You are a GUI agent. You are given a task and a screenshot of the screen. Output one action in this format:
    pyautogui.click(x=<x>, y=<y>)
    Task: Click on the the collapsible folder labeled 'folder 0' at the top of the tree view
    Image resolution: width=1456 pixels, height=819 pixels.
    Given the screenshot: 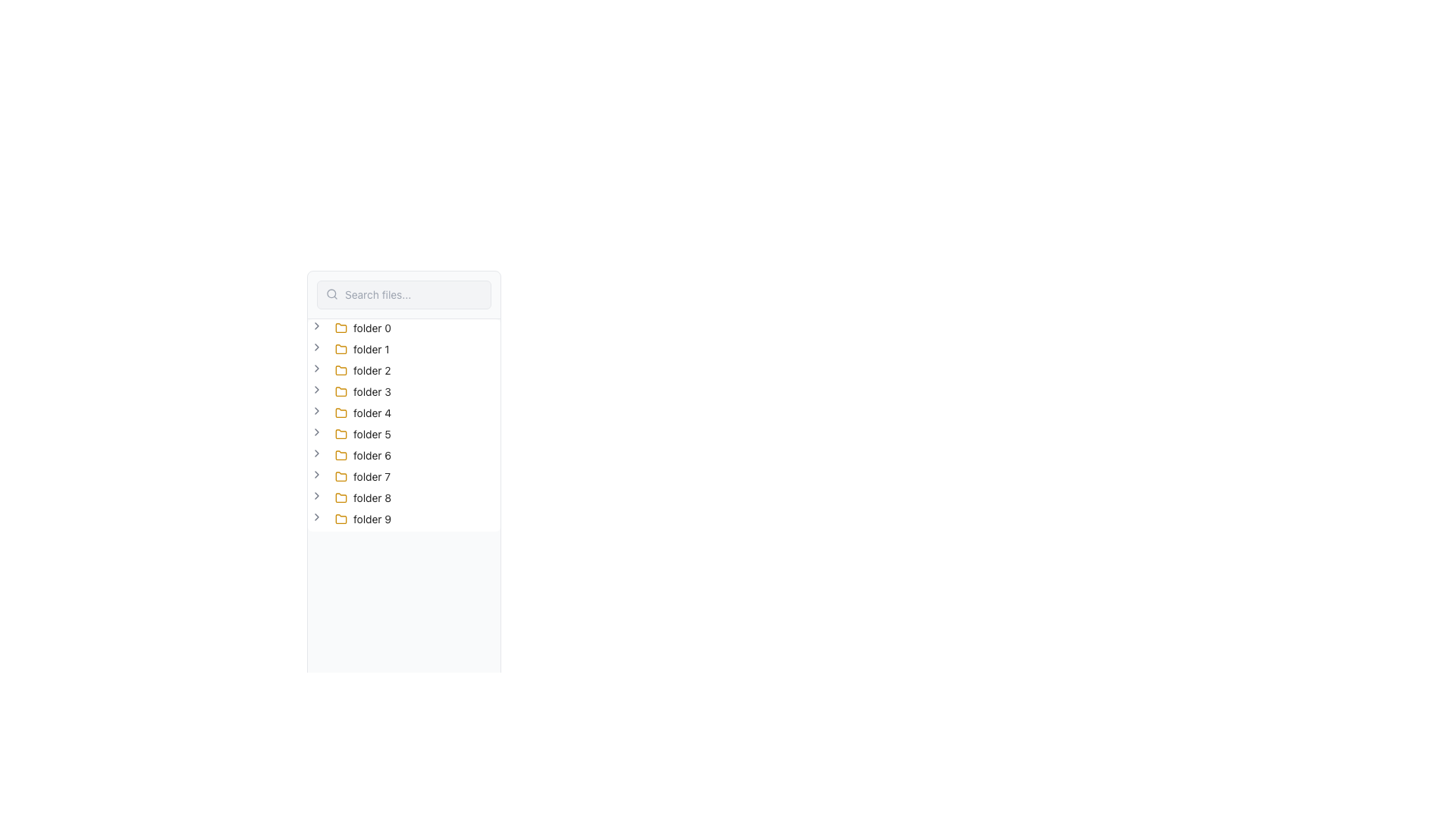 What is the action you would take?
    pyautogui.click(x=352, y=327)
    